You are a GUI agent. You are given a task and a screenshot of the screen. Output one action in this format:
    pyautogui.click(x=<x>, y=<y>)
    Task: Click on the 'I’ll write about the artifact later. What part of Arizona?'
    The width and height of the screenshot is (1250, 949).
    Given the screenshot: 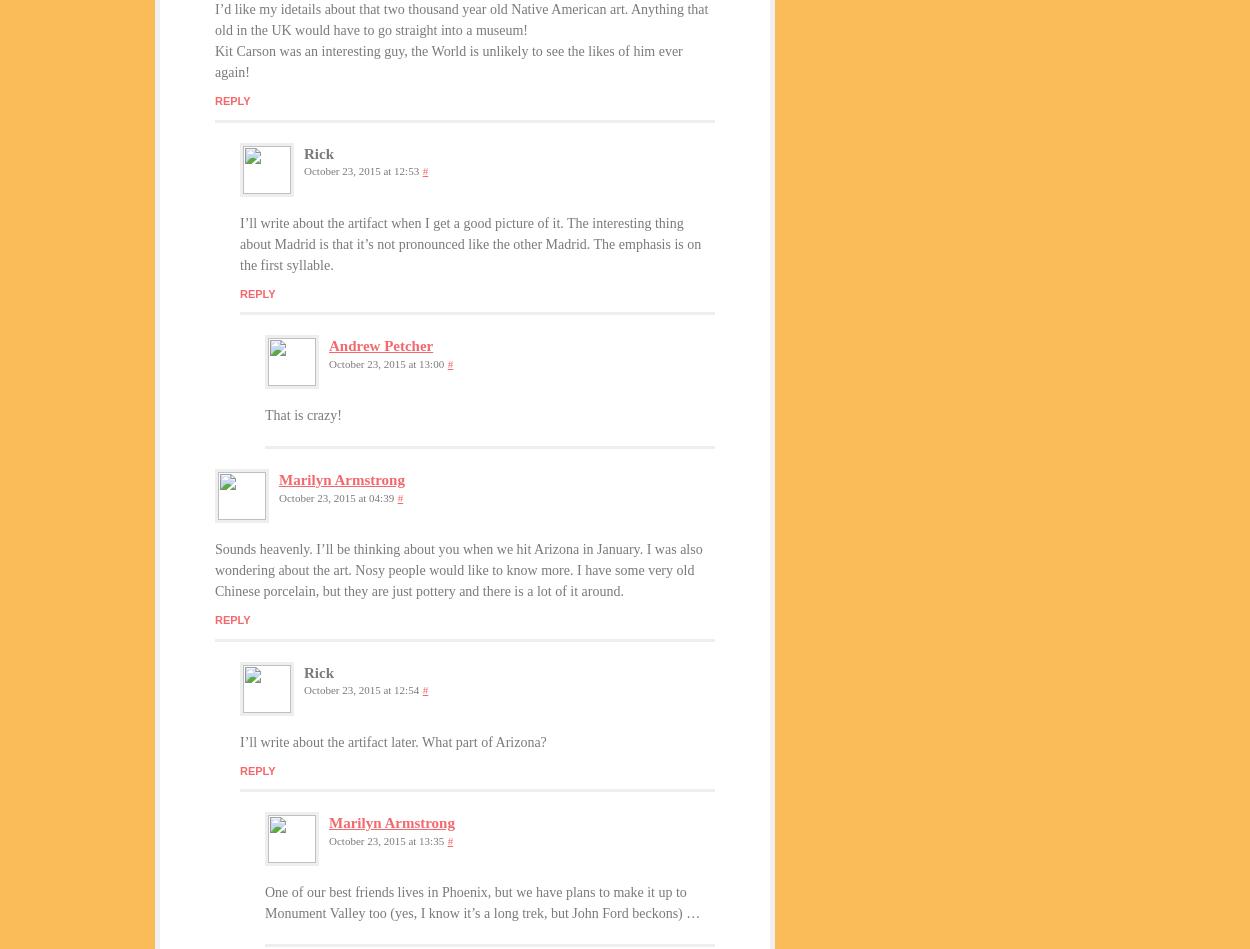 What is the action you would take?
    pyautogui.click(x=393, y=741)
    